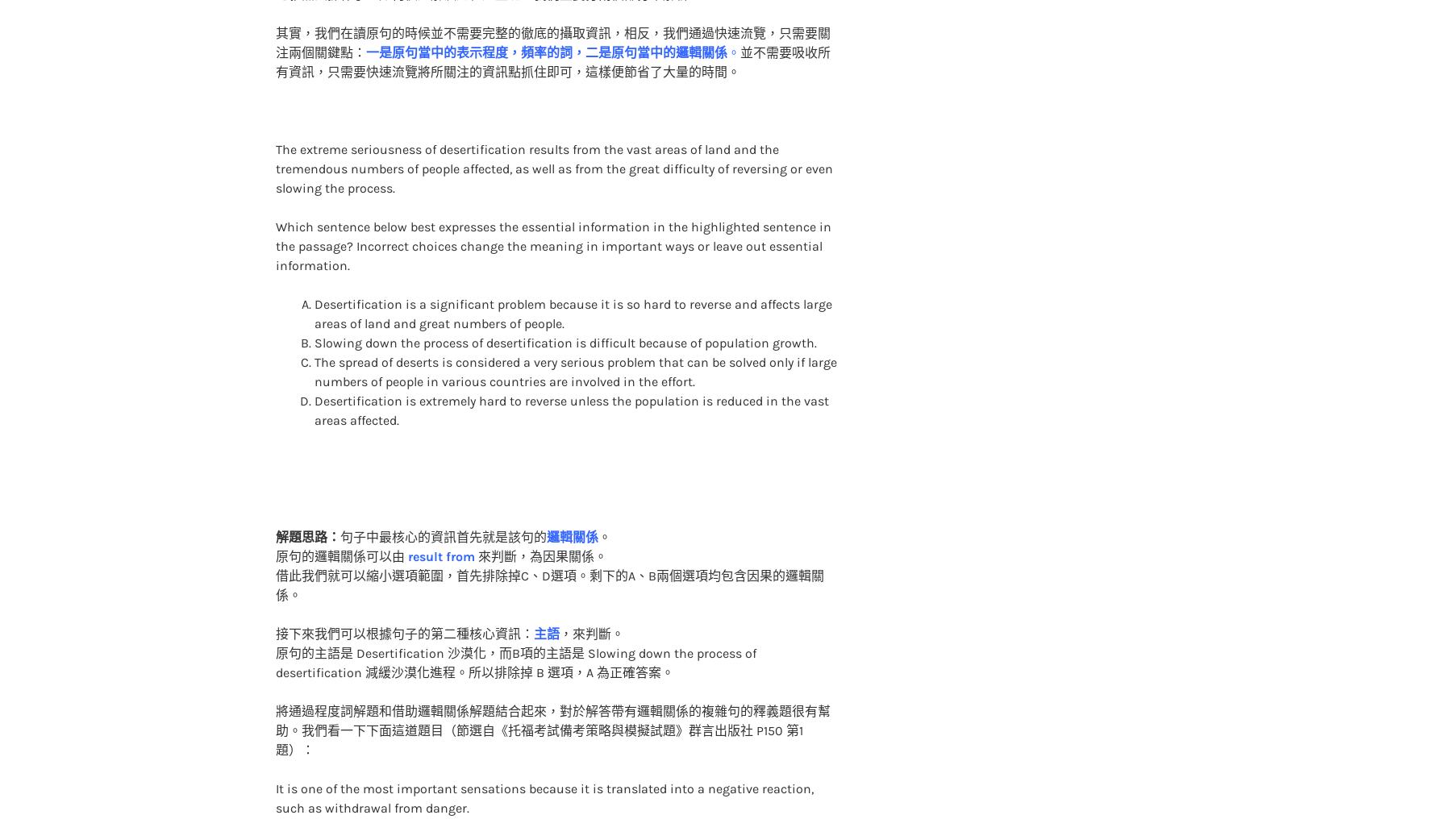 The image size is (1454, 840). What do you see at coordinates (438, 524) in the screenshot?
I see `'result from'` at bounding box center [438, 524].